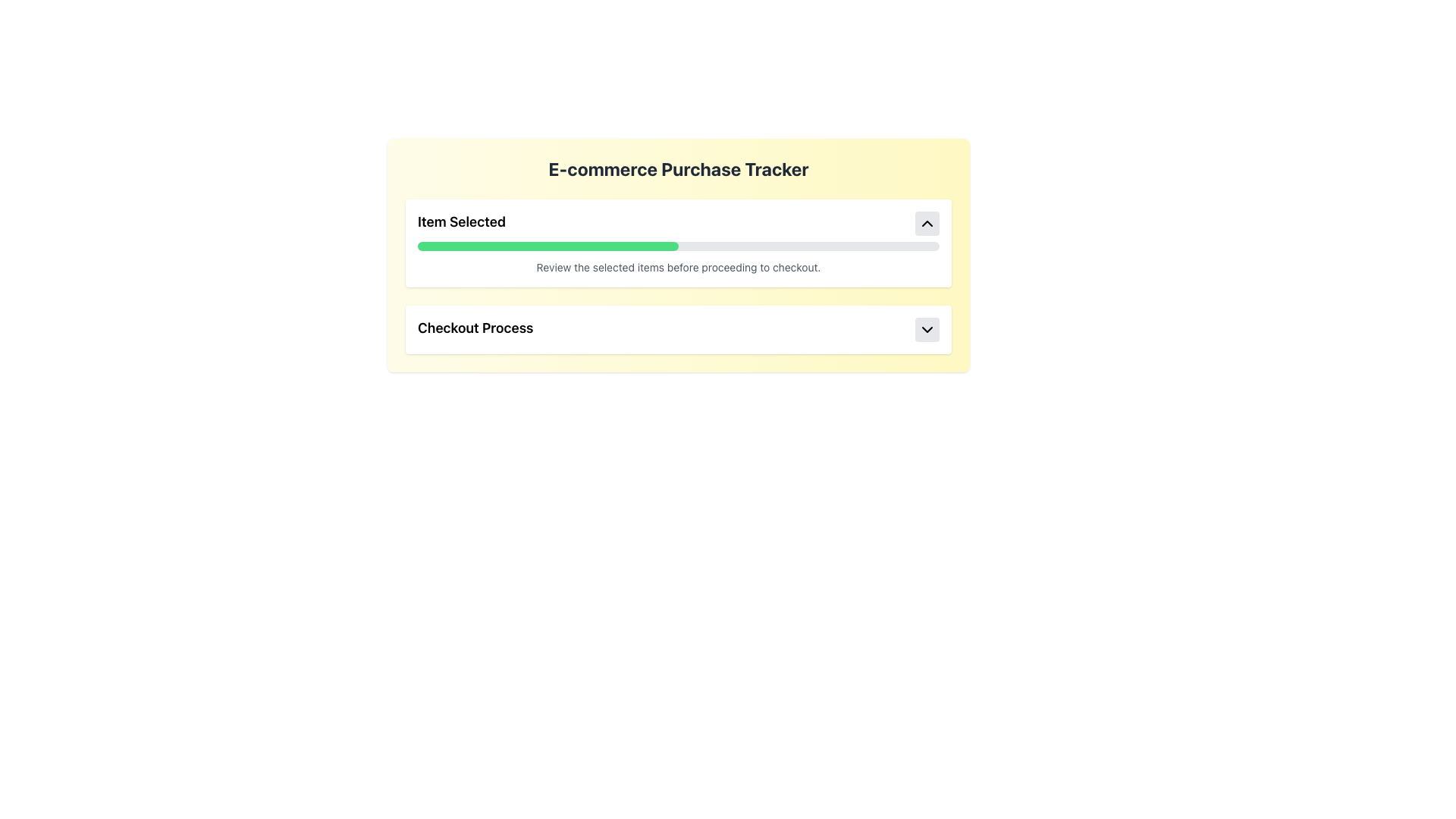 The width and height of the screenshot is (1456, 819). I want to click on the progress bar that visually represents progress, indicating a 50% completion level, located below the heading 'Item Selected', so click(677, 245).